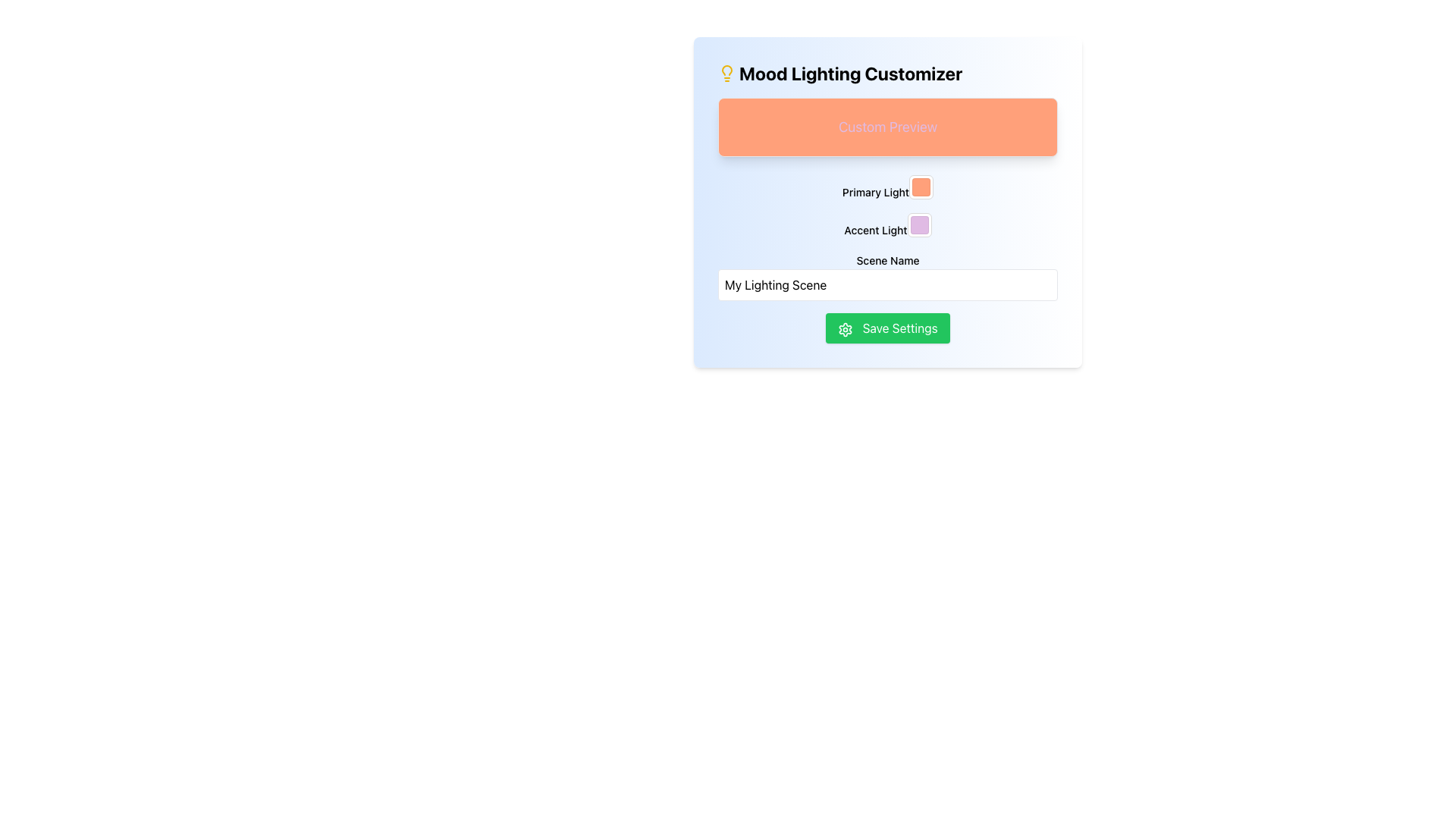 Image resolution: width=1456 pixels, height=819 pixels. Describe the element at coordinates (920, 186) in the screenshot. I see `the light orange square color indicator located to the right of the 'Primary Light' label` at that location.